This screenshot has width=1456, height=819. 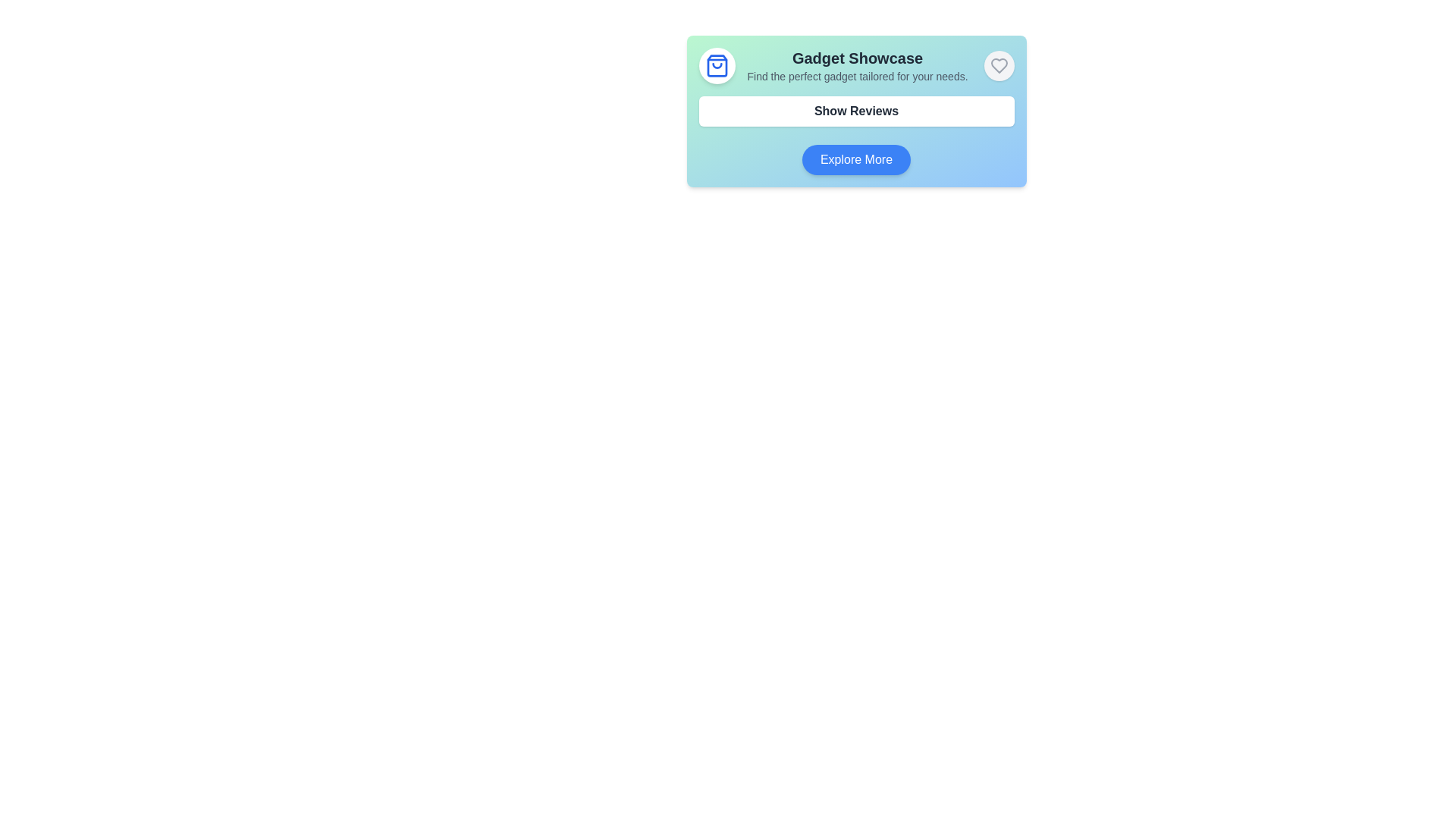 I want to click on the button located at the bottom center of the 'Gadget Showcase' panel to interact via keyboard navigation, so click(x=856, y=160).